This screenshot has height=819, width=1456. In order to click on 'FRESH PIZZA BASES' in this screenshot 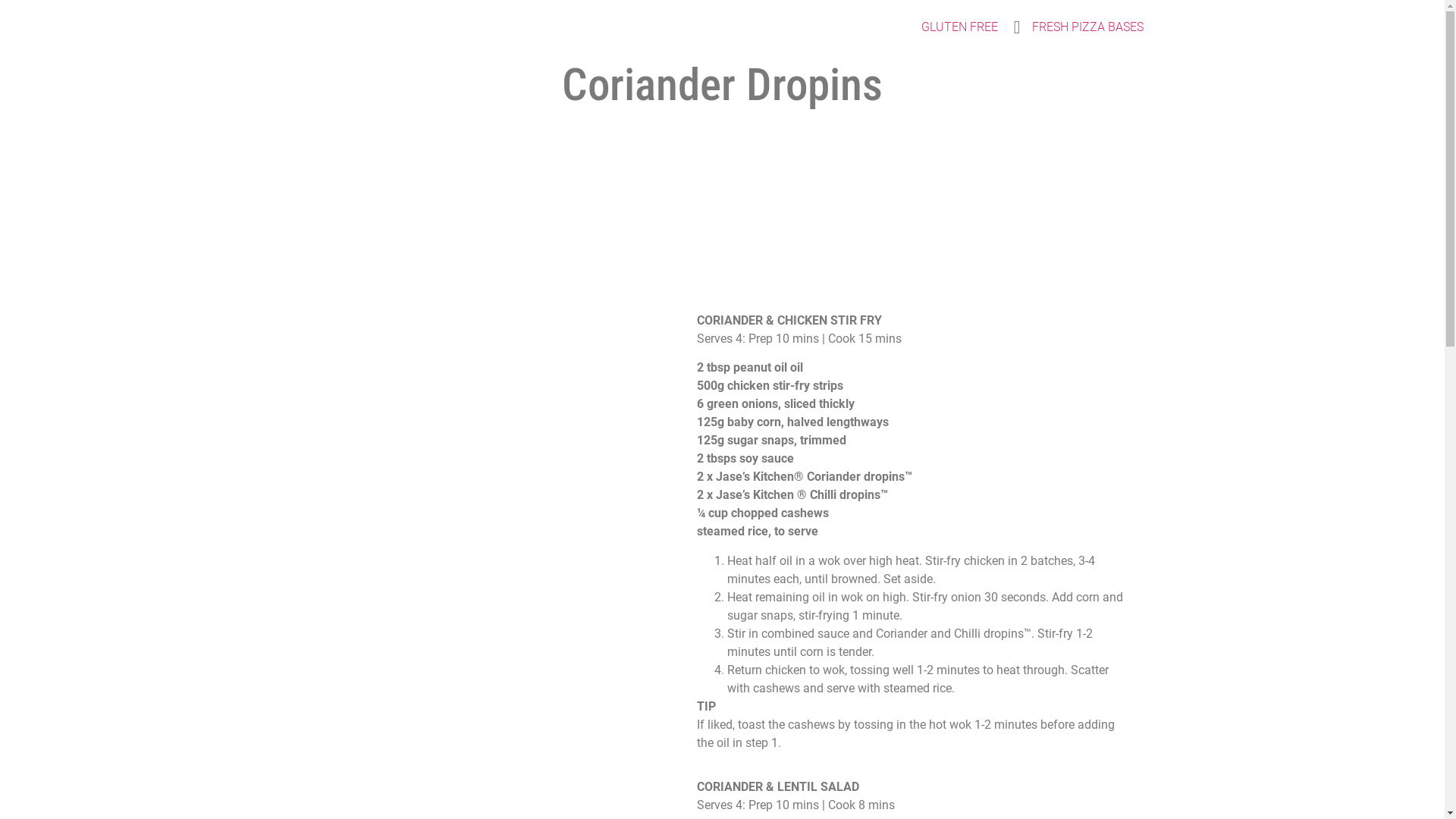, I will do `click(1020, 27)`.